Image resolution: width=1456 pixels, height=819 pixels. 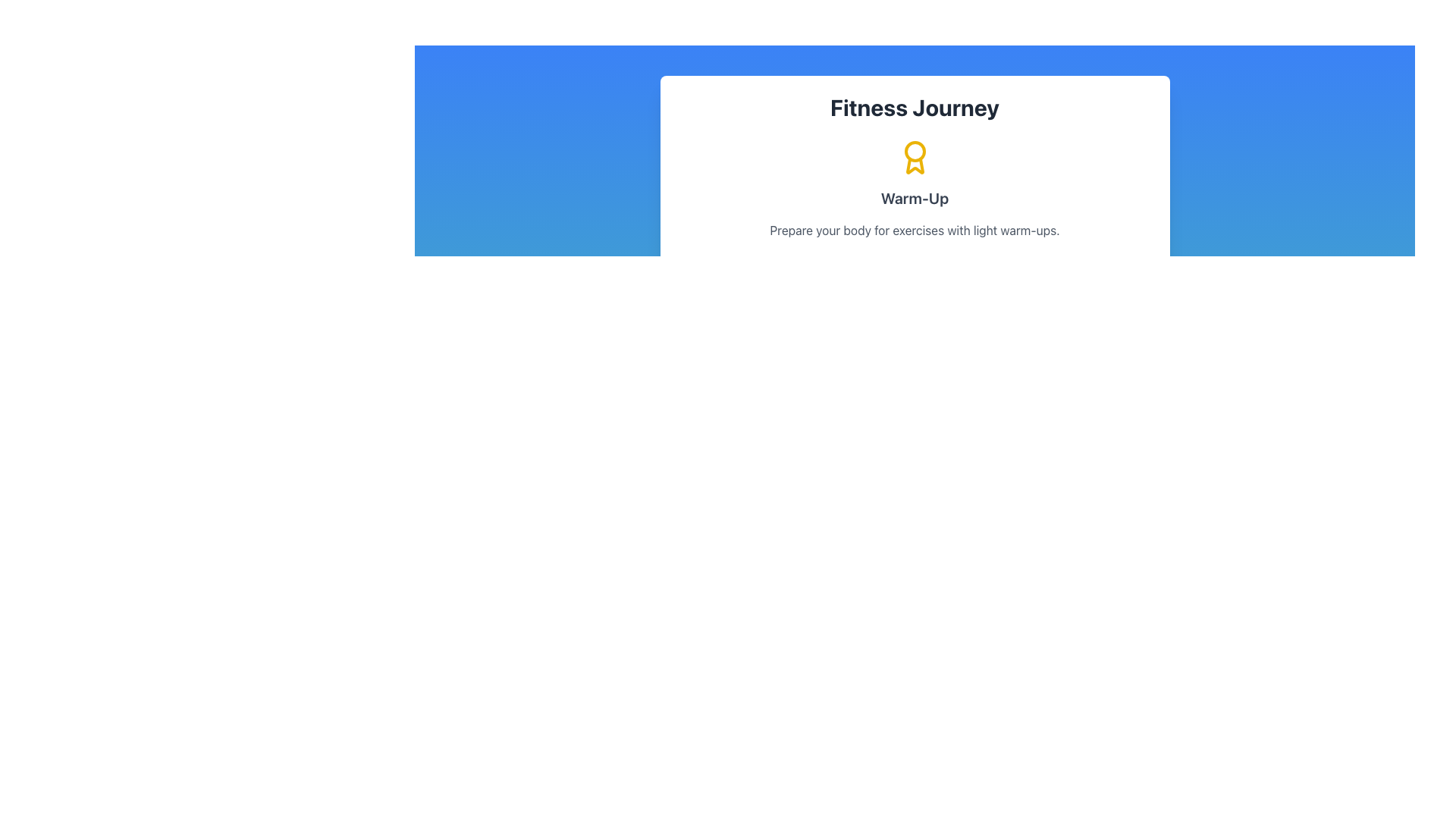 I want to click on the 'Warm-Up' text header, which is a bold and large font styled element in dark gray, positioned centrally below a yellow icon and above descriptive text, so click(x=914, y=198).